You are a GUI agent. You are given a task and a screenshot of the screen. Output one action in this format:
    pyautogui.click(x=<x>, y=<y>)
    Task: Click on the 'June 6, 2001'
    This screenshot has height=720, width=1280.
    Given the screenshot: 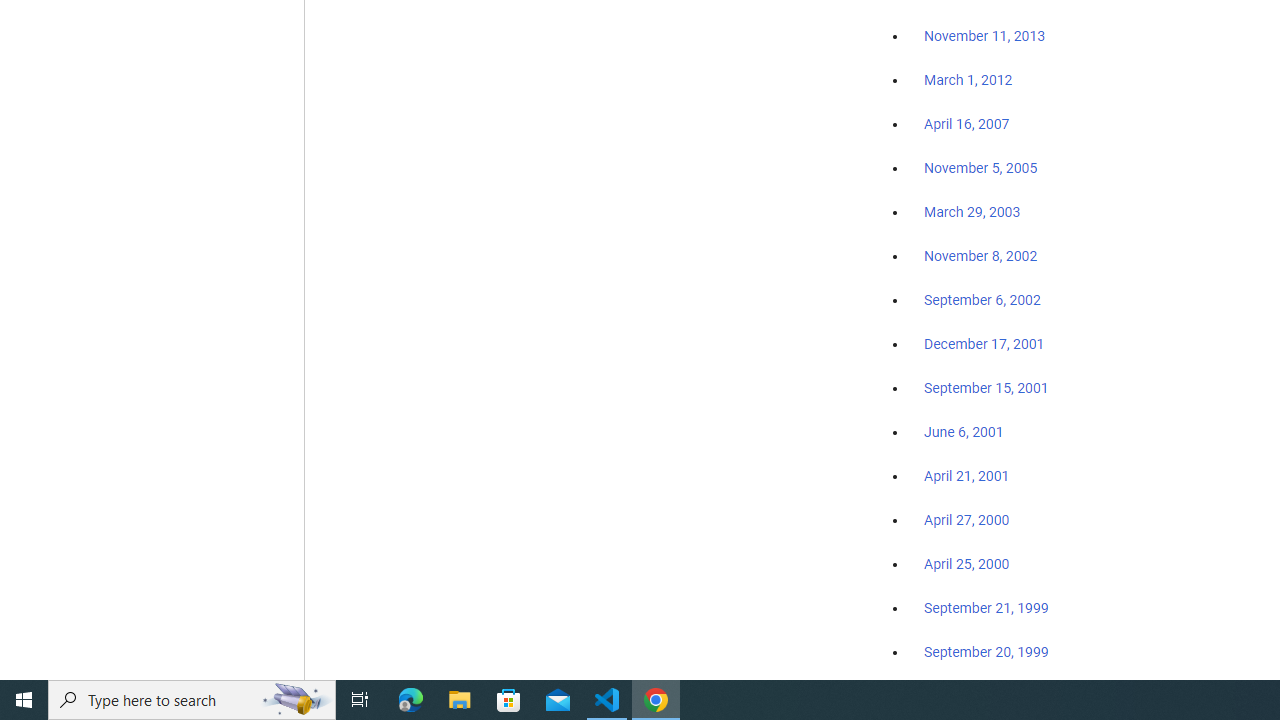 What is the action you would take?
    pyautogui.click(x=963, y=431)
    